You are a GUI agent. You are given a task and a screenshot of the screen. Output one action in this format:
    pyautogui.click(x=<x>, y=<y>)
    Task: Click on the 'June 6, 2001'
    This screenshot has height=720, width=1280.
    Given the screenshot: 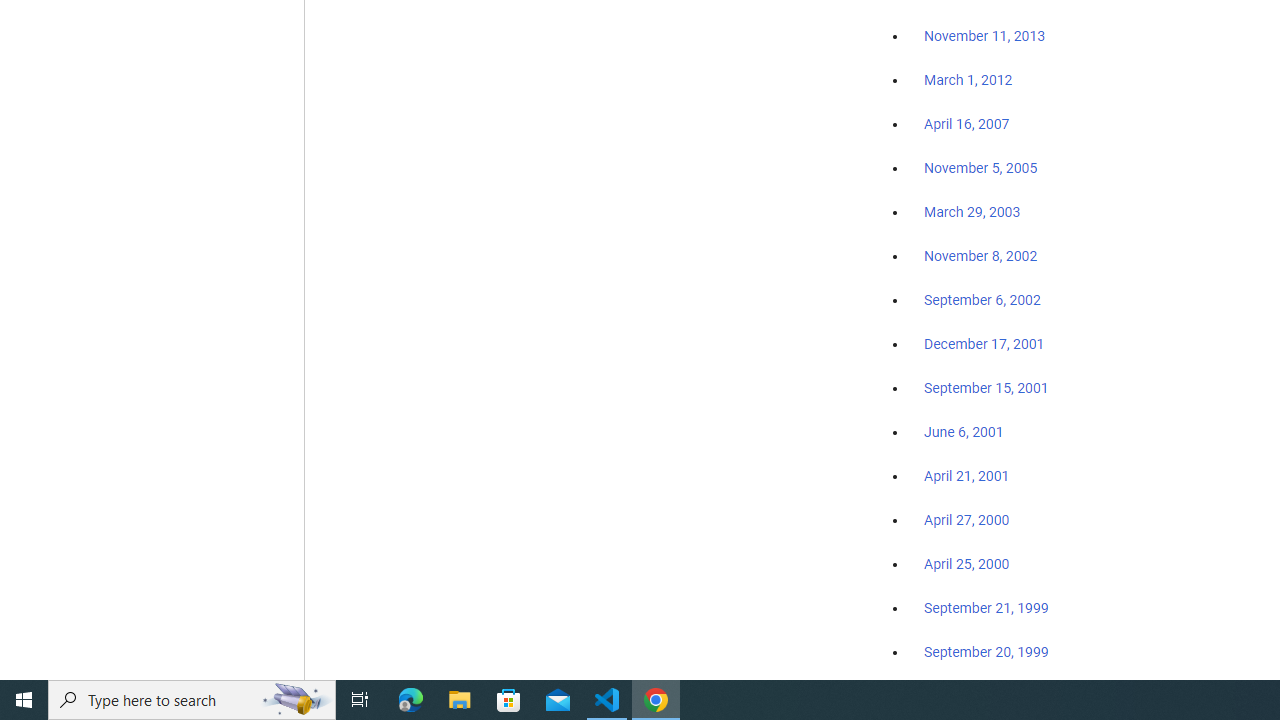 What is the action you would take?
    pyautogui.click(x=963, y=431)
    